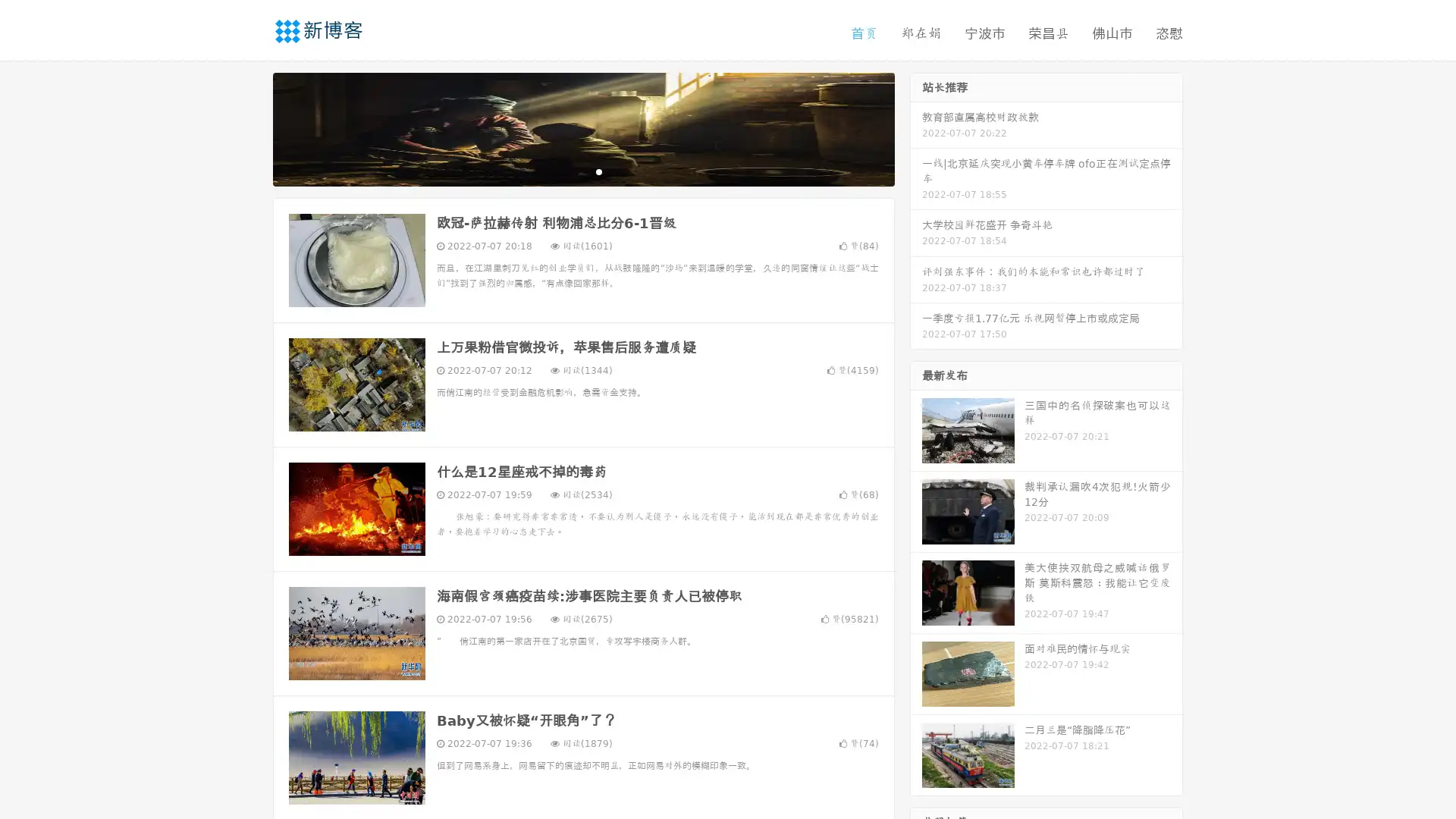 The image size is (1456, 819). What do you see at coordinates (250, 127) in the screenshot?
I see `Previous slide` at bounding box center [250, 127].